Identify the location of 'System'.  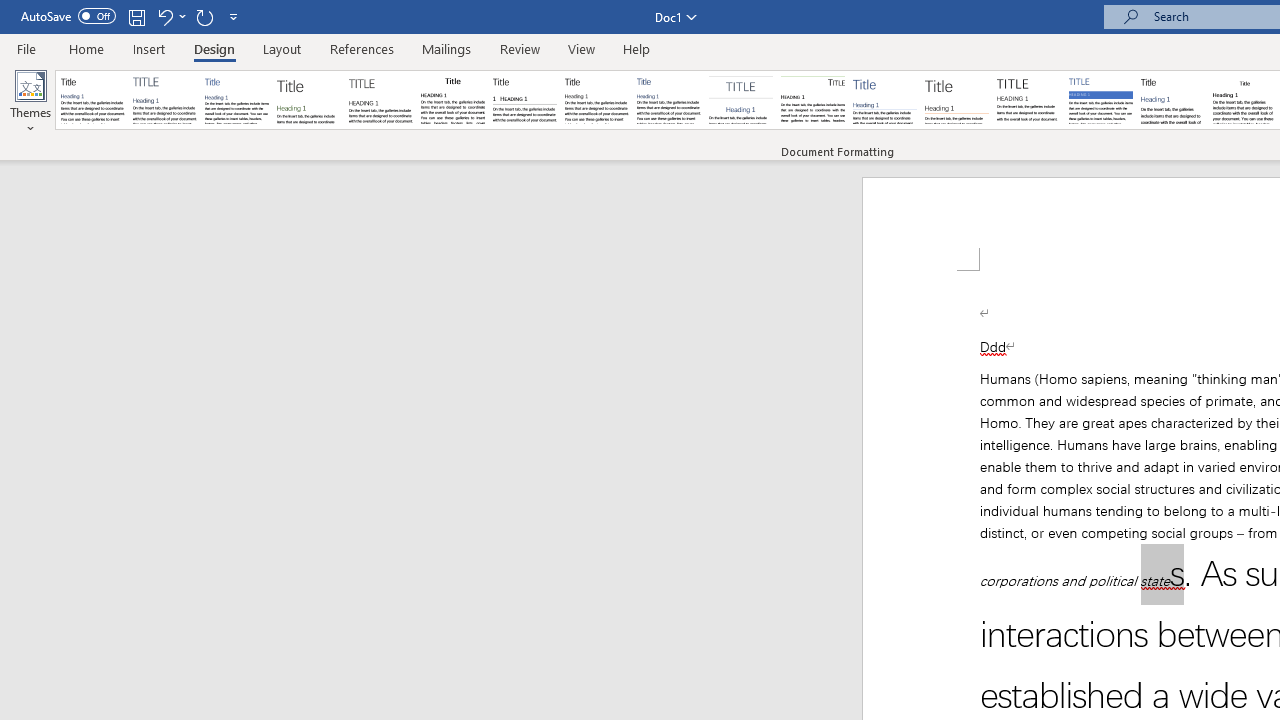
(10, 11).